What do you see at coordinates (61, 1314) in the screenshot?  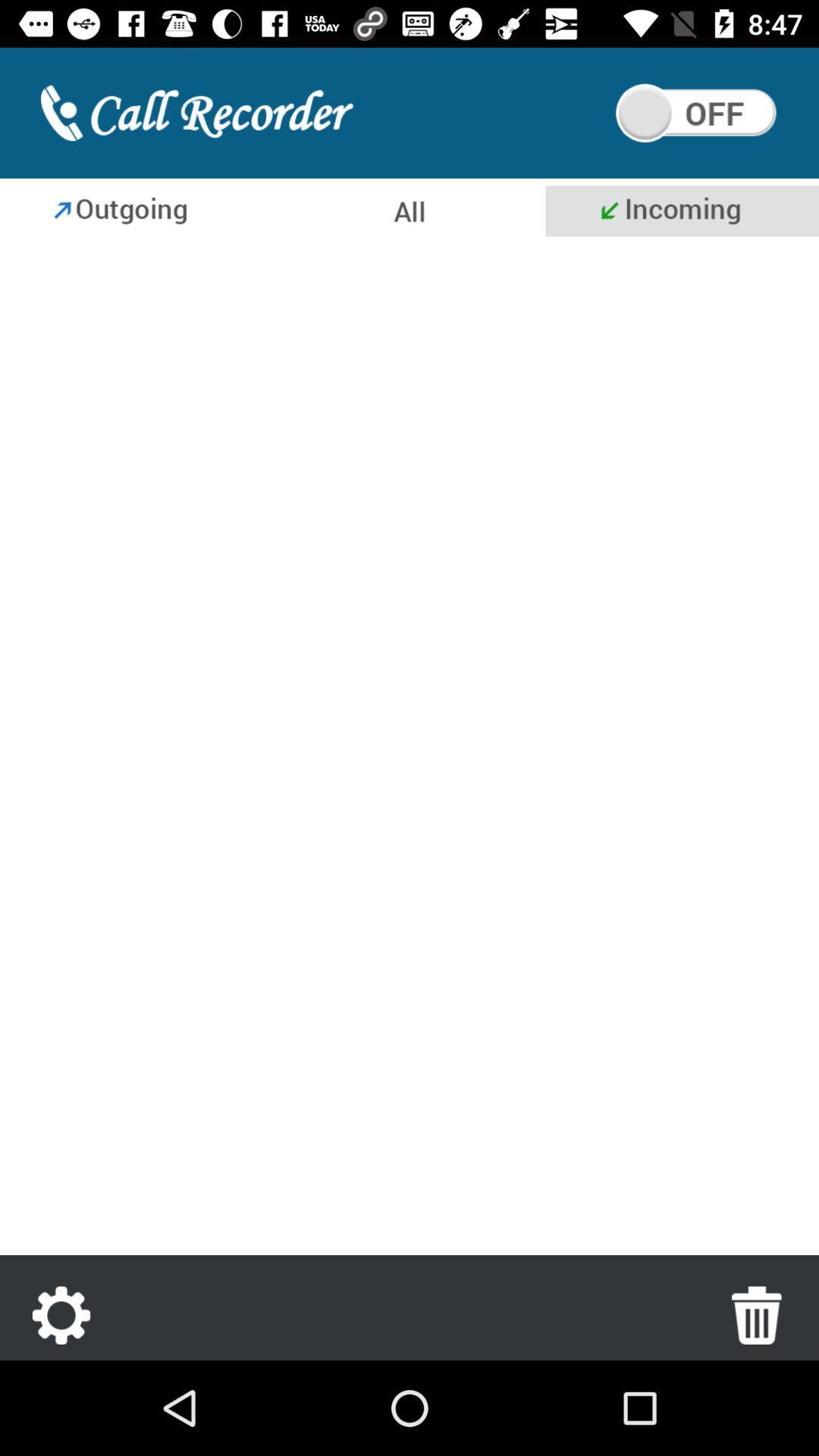 I see `settings` at bounding box center [61, 1314].